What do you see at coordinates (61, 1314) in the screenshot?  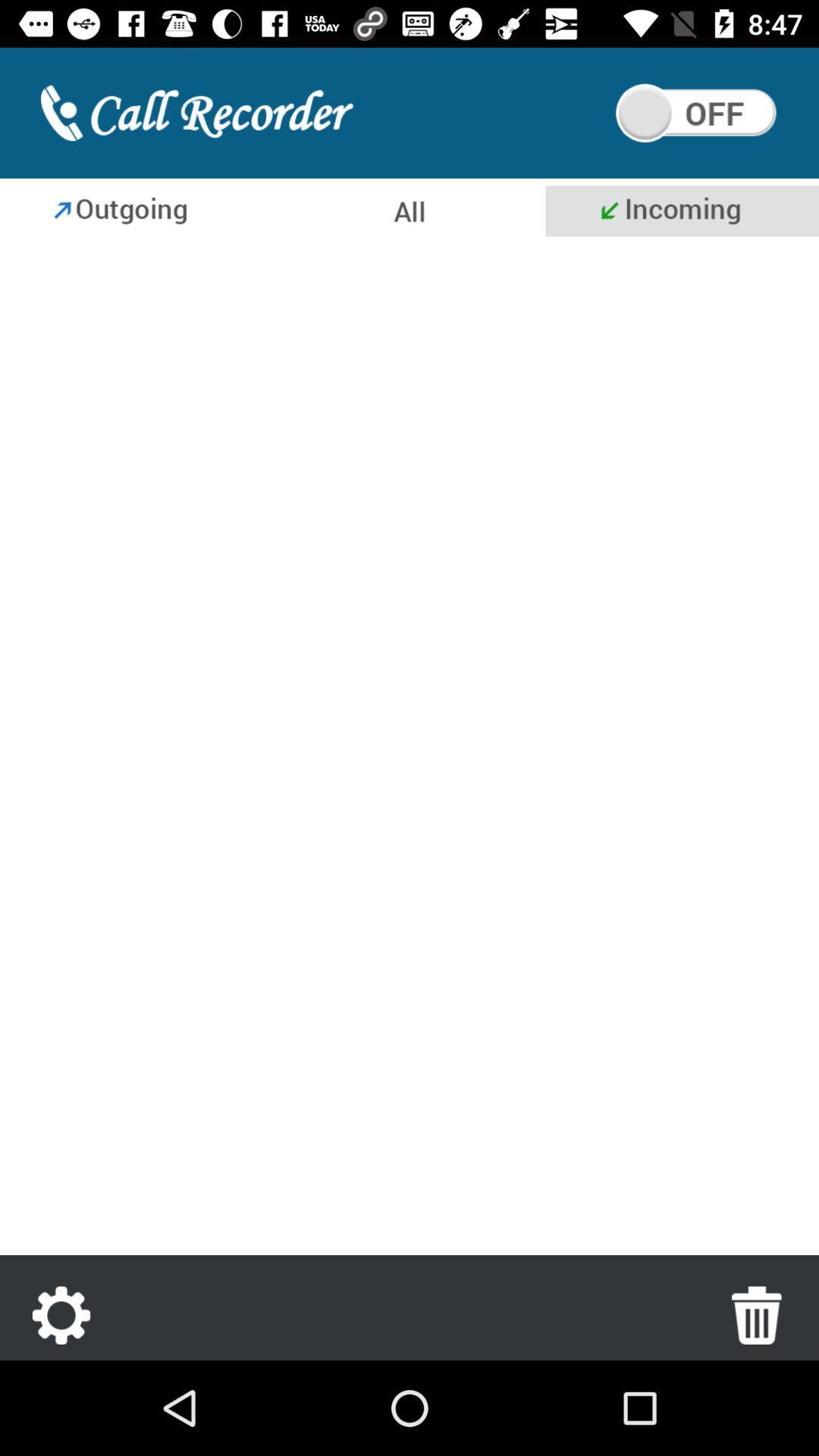 I see `settings` at bounding box center [61, 1314].